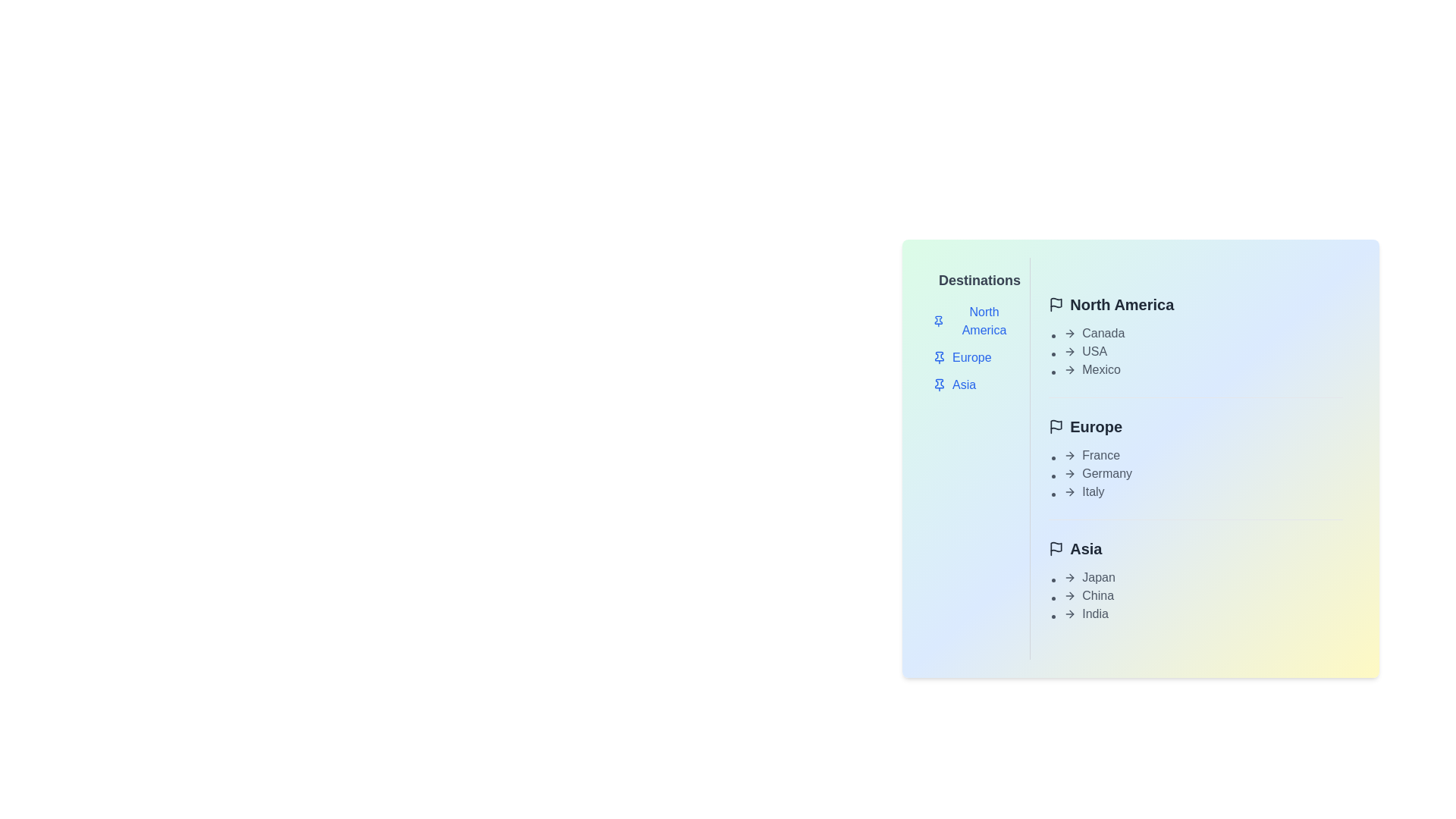  Describe the element at coordinates (938, 356) in the screenshot. I see `the lower part of the pin icon located in the middle of a vertical list of destinations, positioned to the left of the text 'Europe'` at that location.